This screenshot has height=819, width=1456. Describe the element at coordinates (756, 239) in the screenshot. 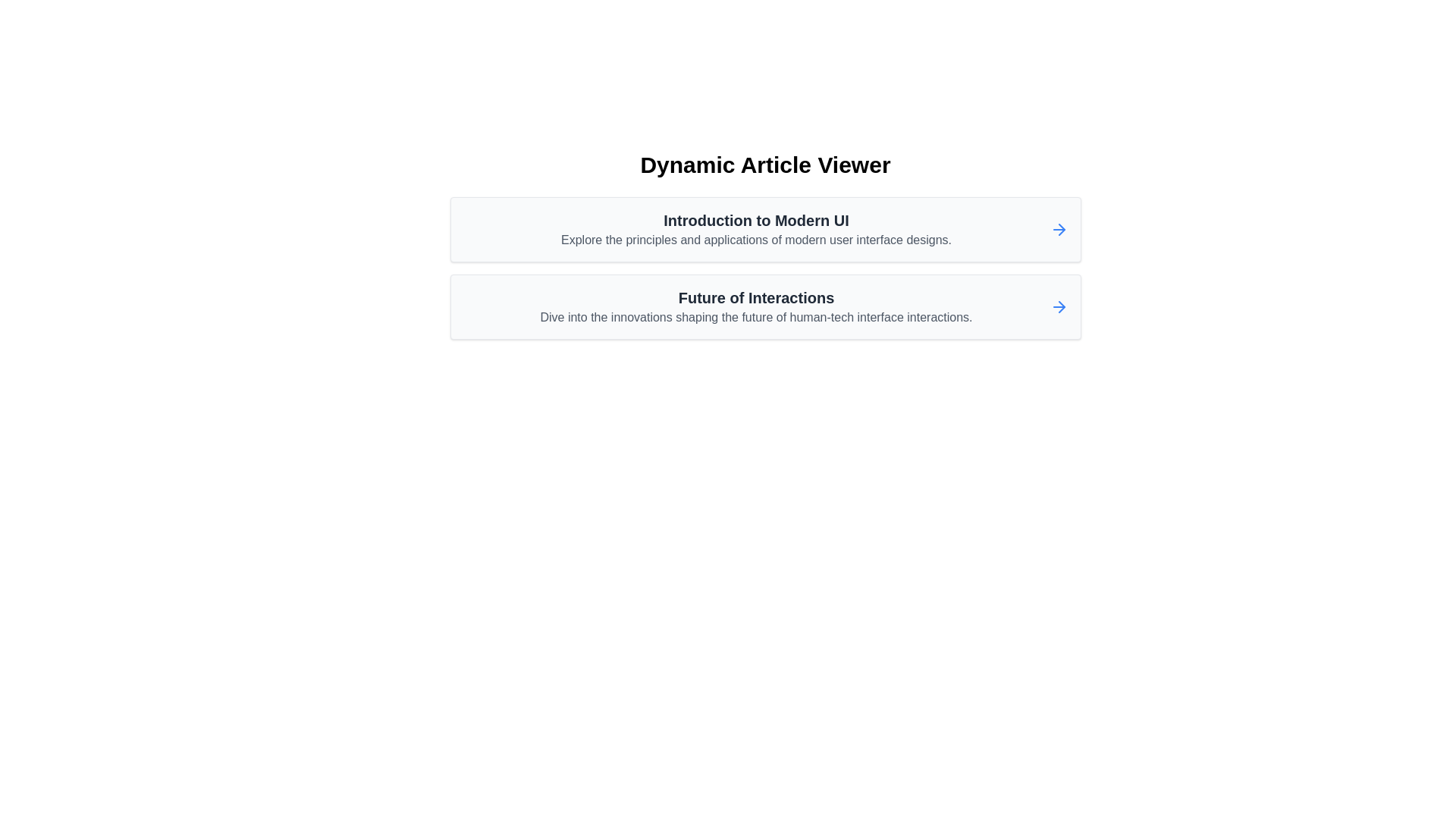

I see `the text label that reads 'Explore the principles and applications of modern user interface designs.' which is styled in light gray and positioned beneath the heading 'Introduction to Modern UI'` at that location.